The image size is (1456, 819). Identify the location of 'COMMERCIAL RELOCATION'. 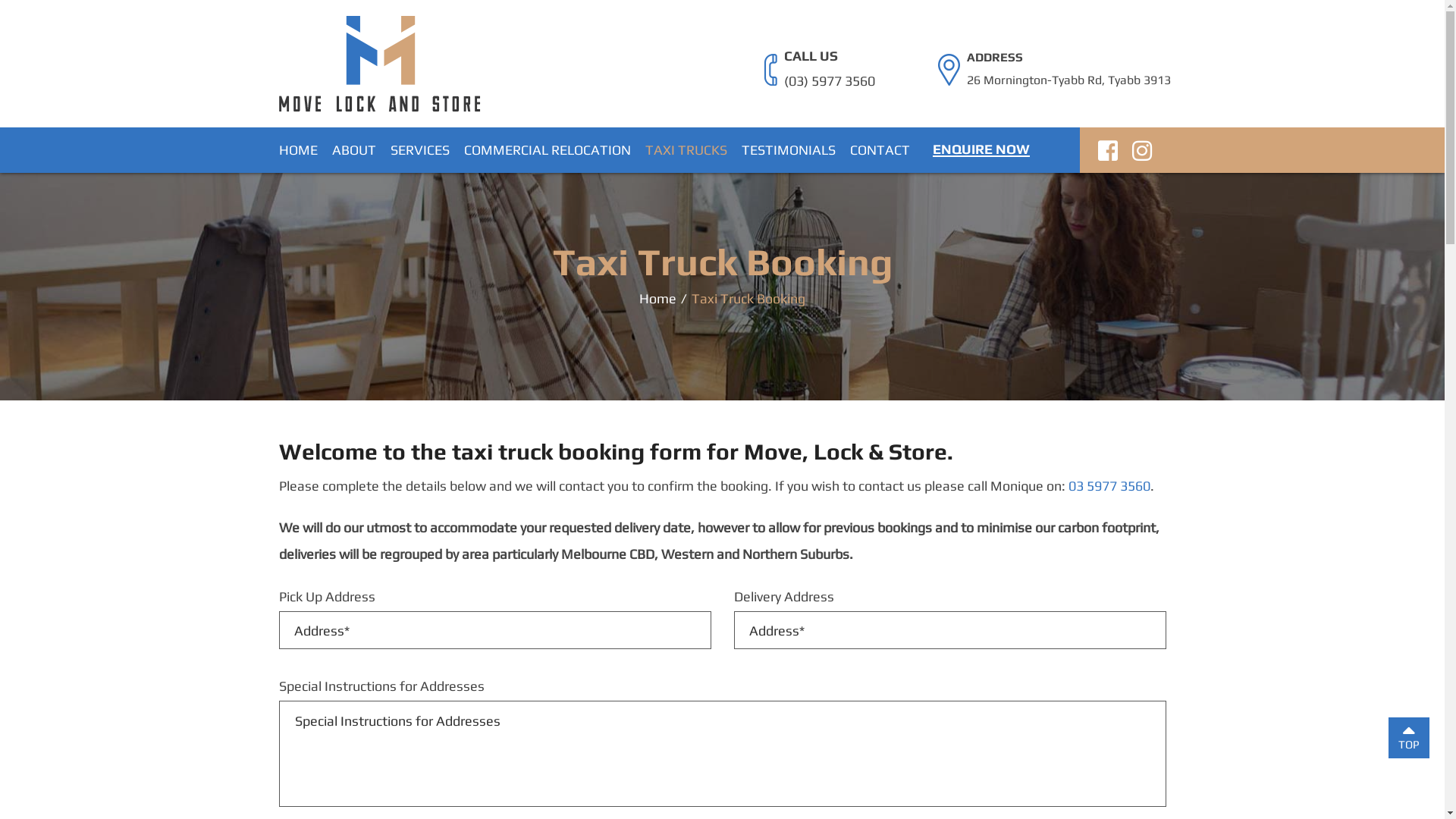
(463, 149).